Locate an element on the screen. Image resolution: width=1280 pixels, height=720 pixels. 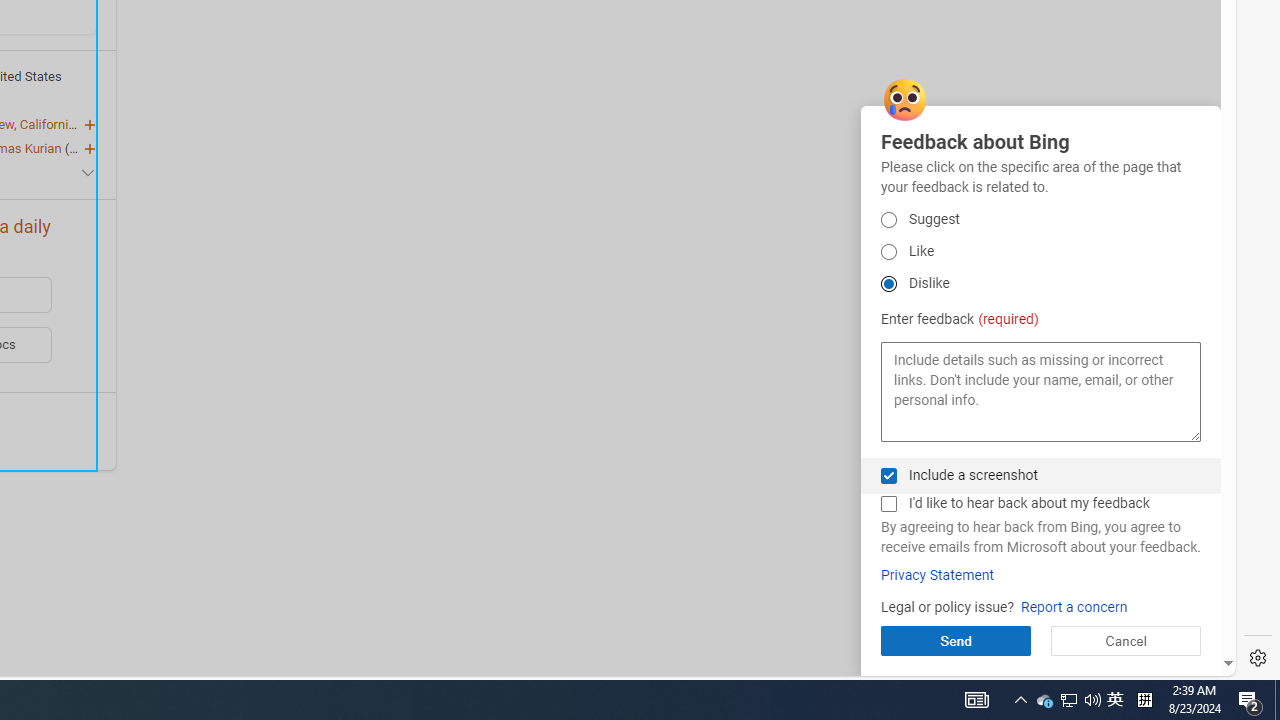
'Cancel' is located at coordinates (1125, 640).